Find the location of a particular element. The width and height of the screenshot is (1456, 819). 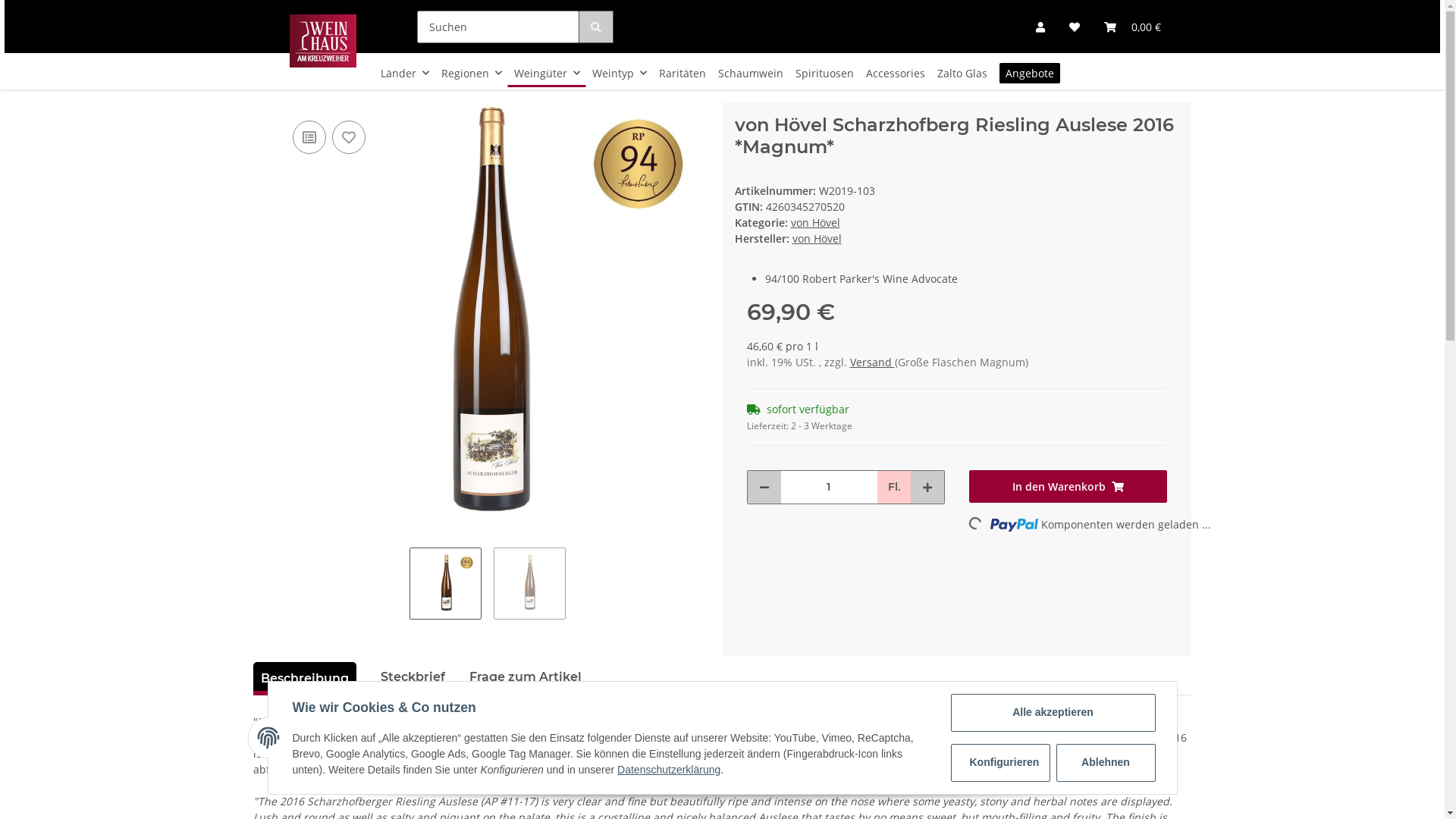

'Regionen' is located at coordinates (435, 73).